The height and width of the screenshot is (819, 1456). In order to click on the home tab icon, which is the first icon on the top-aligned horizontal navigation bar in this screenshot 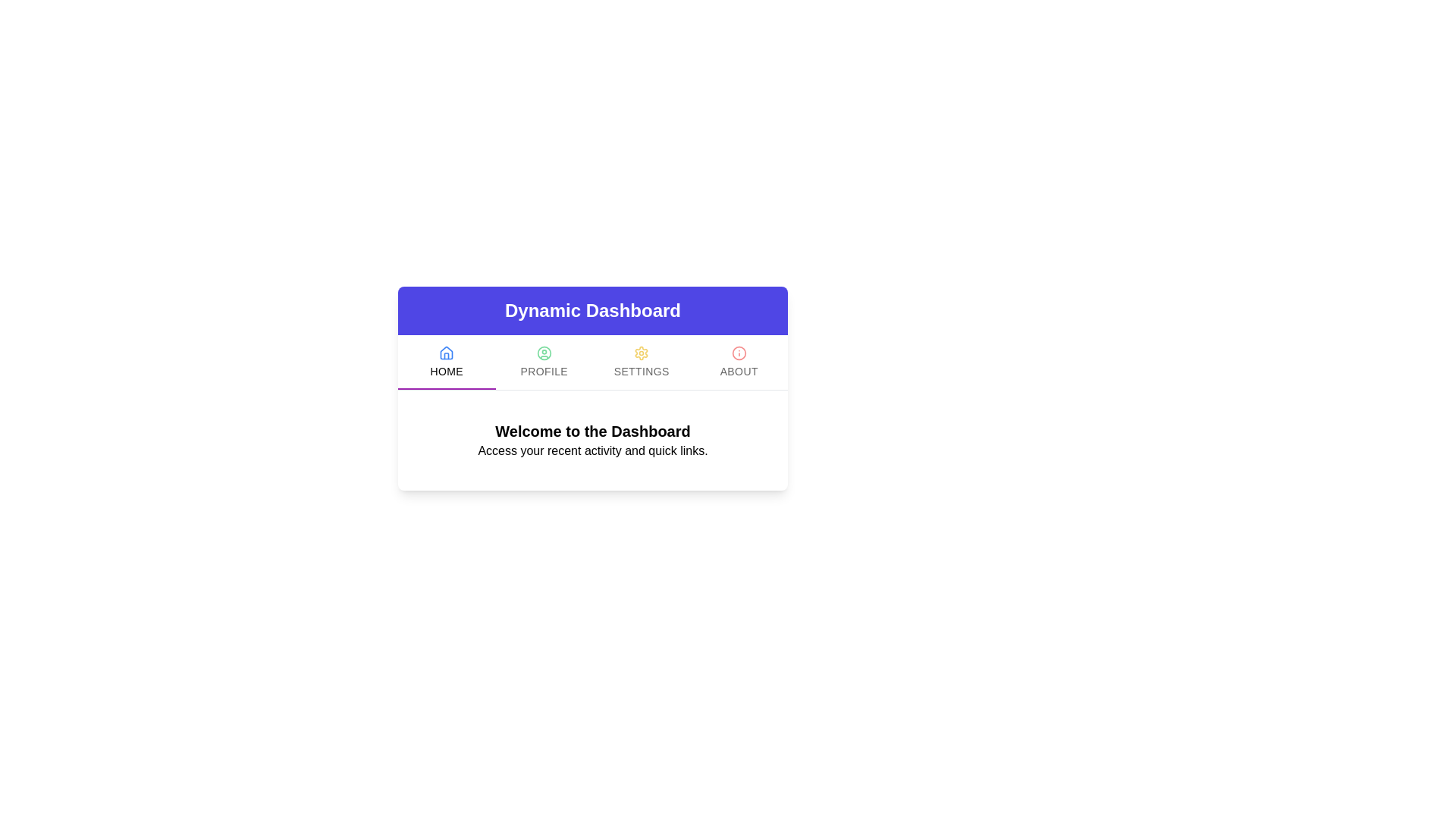, I will do `click(446, 353)`.